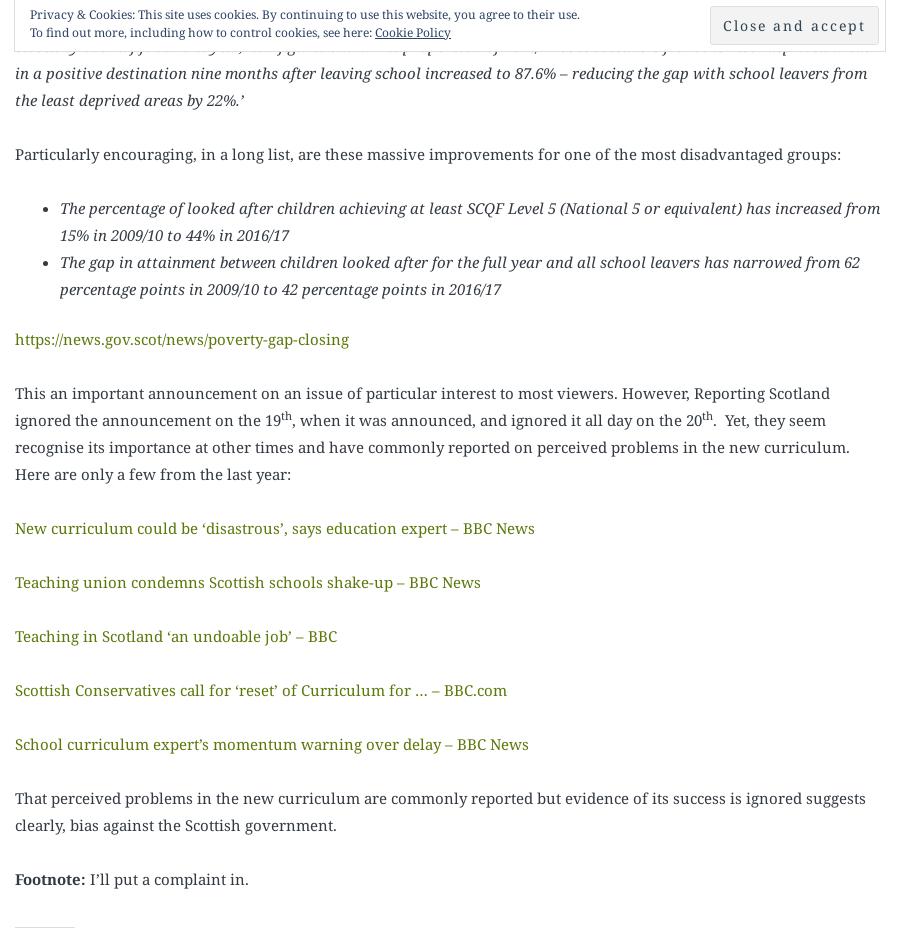 The image size is (900, 934). I want to click on 'I’ll put a complaint in.', so click(167, 876).